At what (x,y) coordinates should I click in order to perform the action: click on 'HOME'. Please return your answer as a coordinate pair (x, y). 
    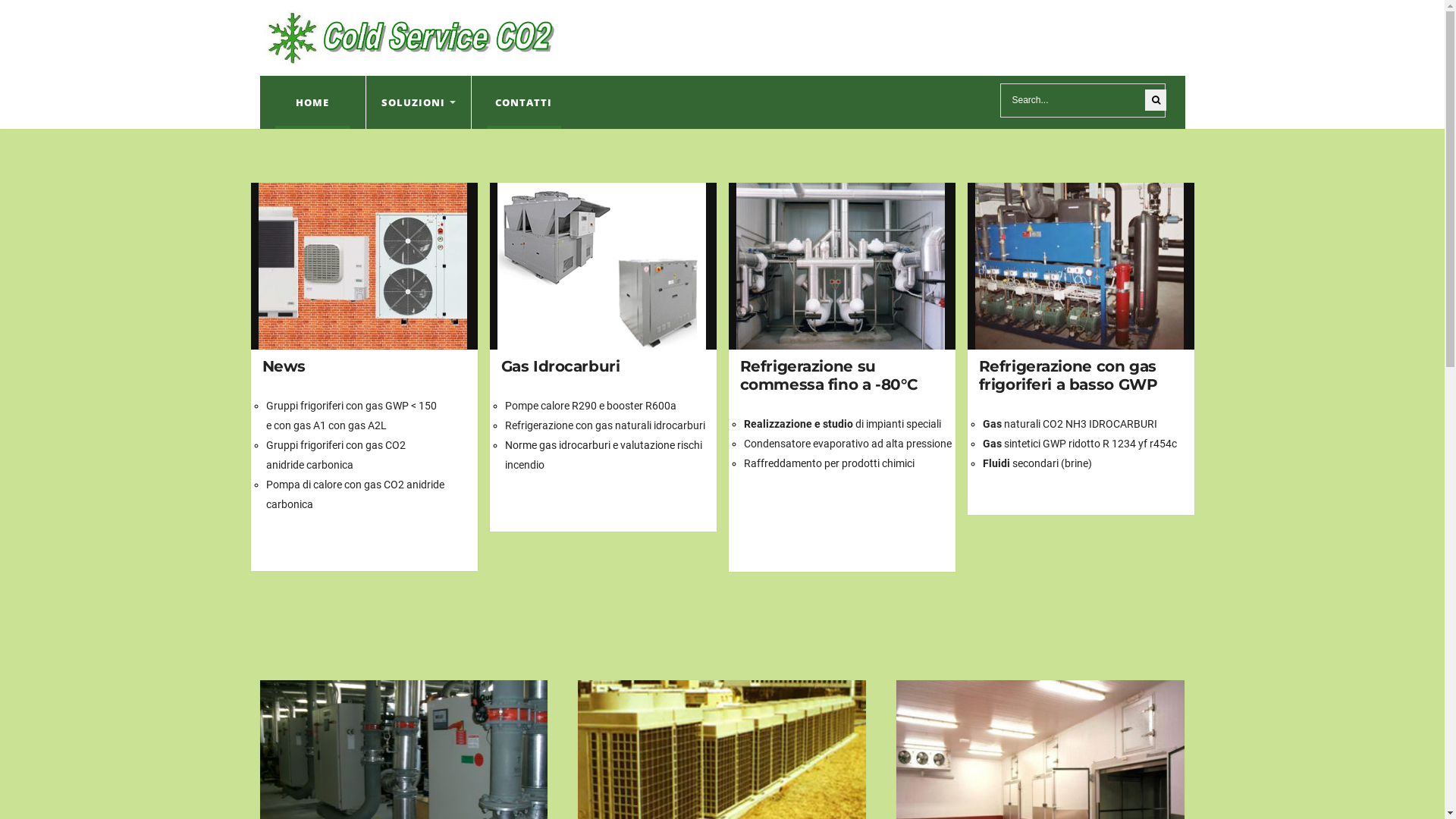
    Looking at the image, I should click on (311, 102).